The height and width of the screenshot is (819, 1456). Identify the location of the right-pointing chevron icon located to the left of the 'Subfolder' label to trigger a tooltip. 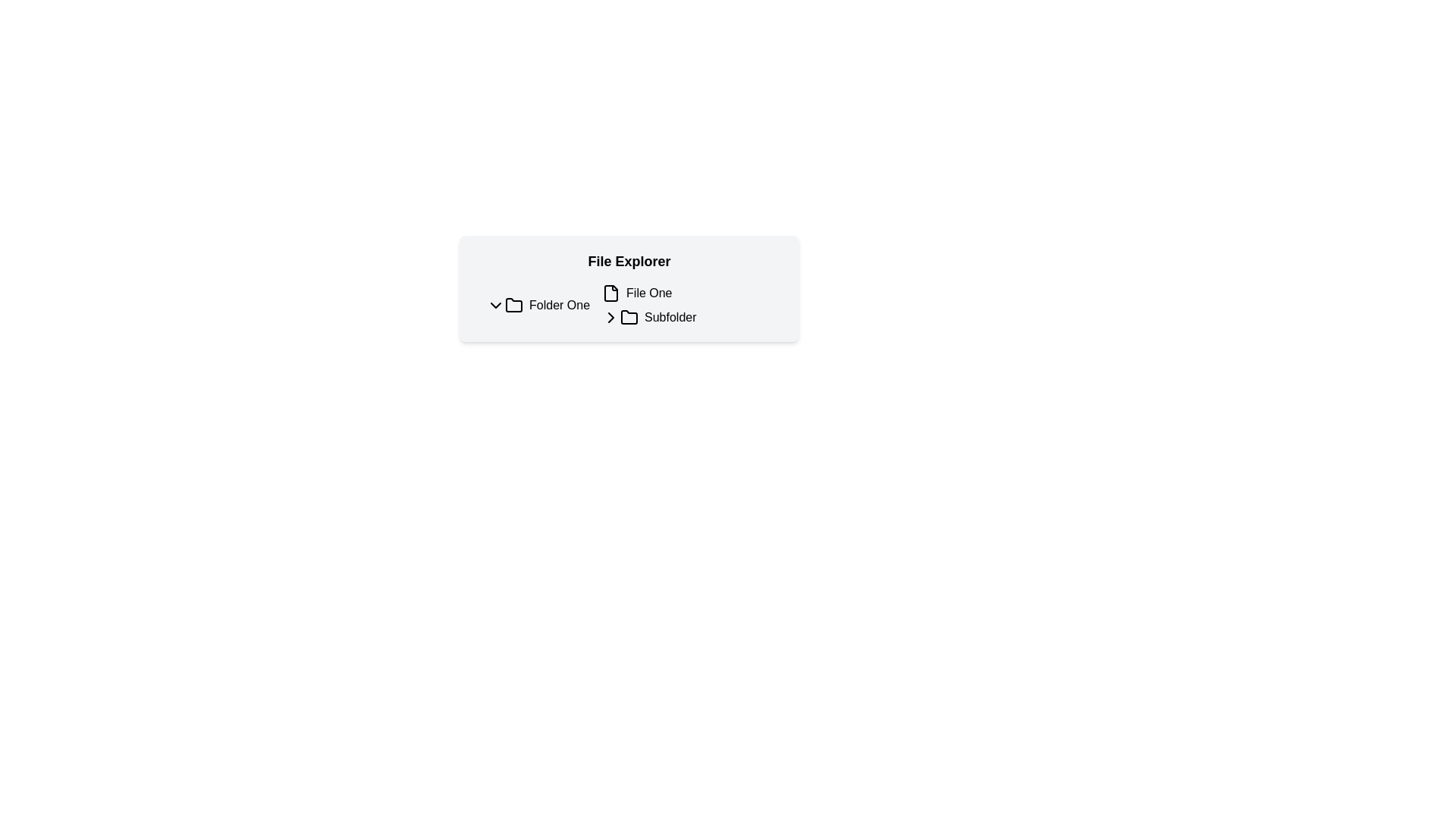
(611, 317).